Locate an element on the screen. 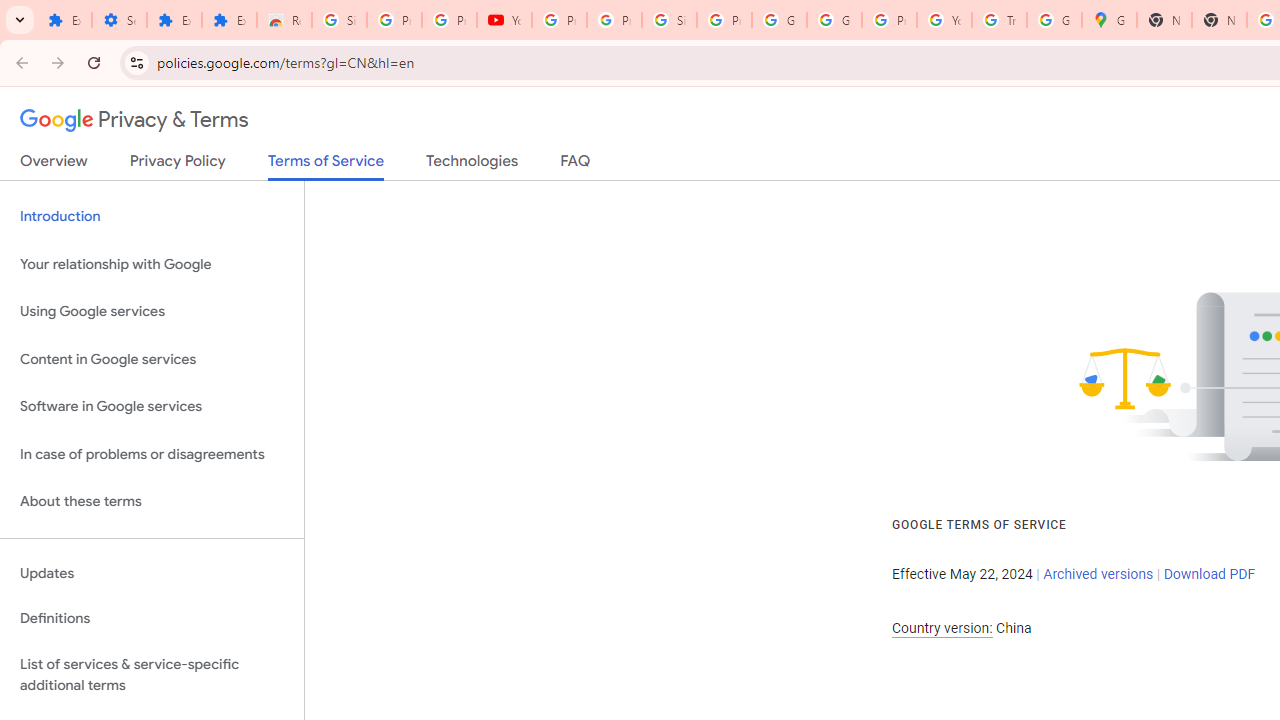 The image size is (1280, 720). 'Download PDF' is located at coordinates (1208, 574).